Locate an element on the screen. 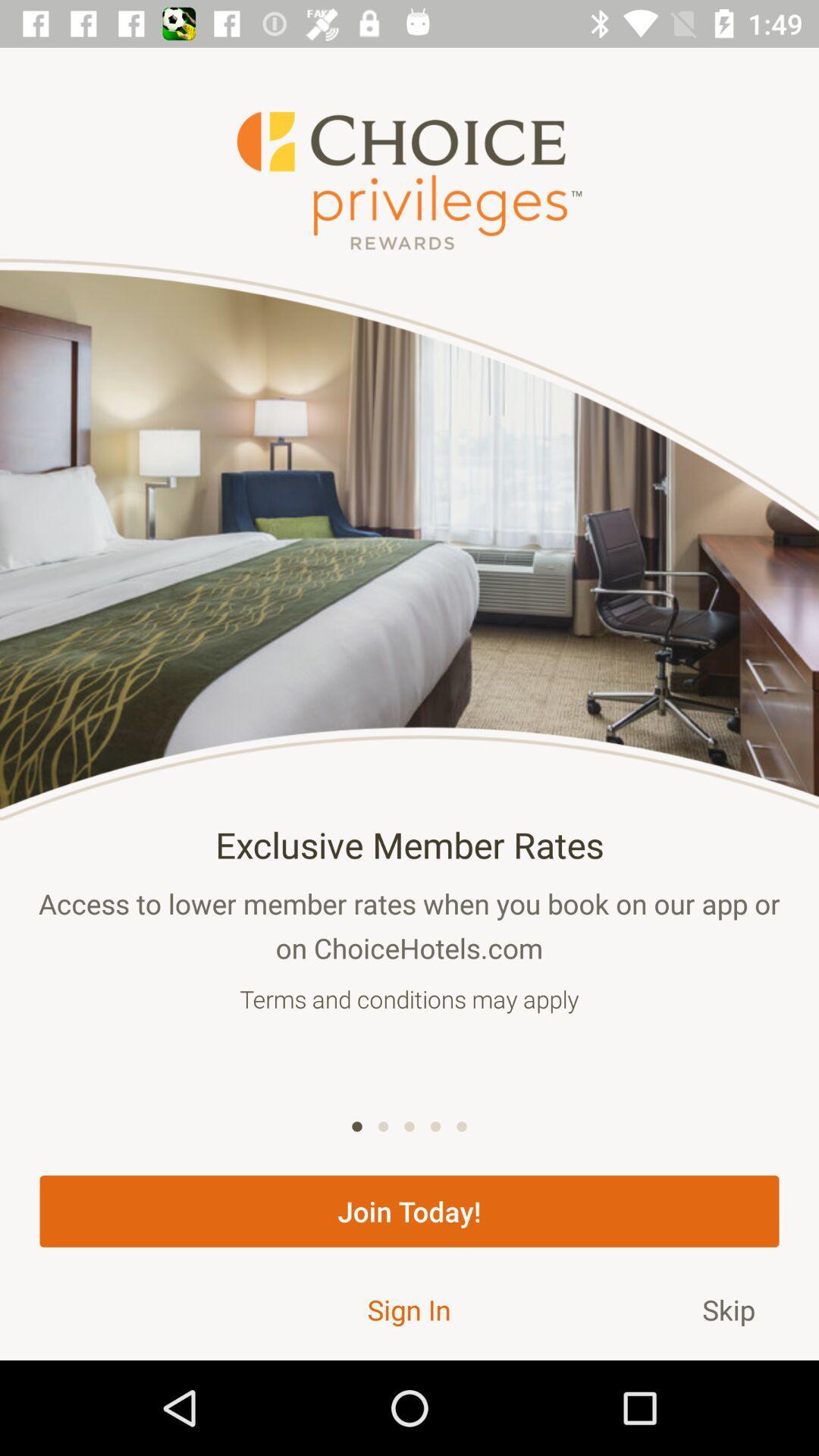  the icon to the left of skip item is located at coordinates (408, 1309).